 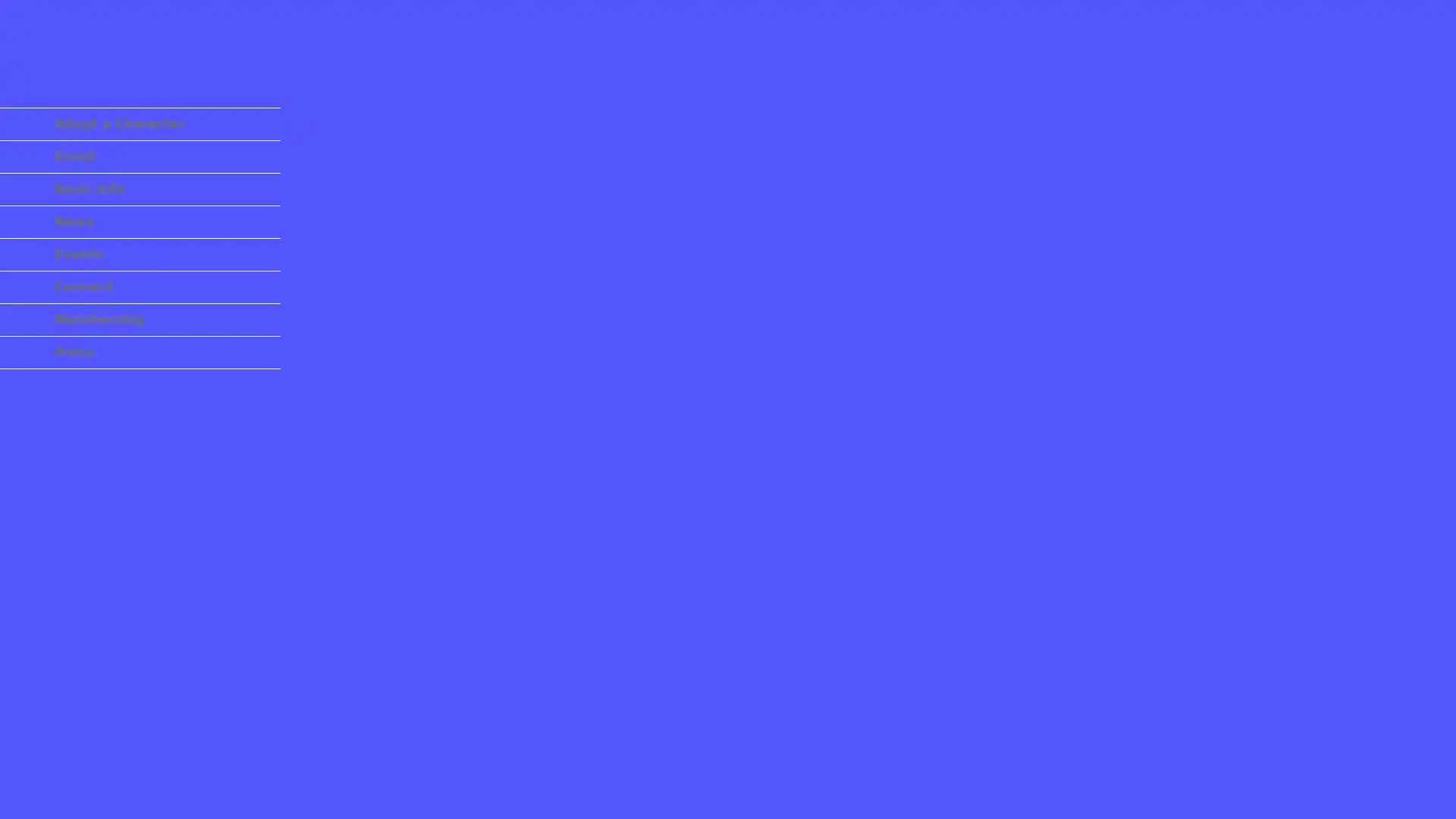 I want to click on U+0B8A, so click(x=808, y=531).